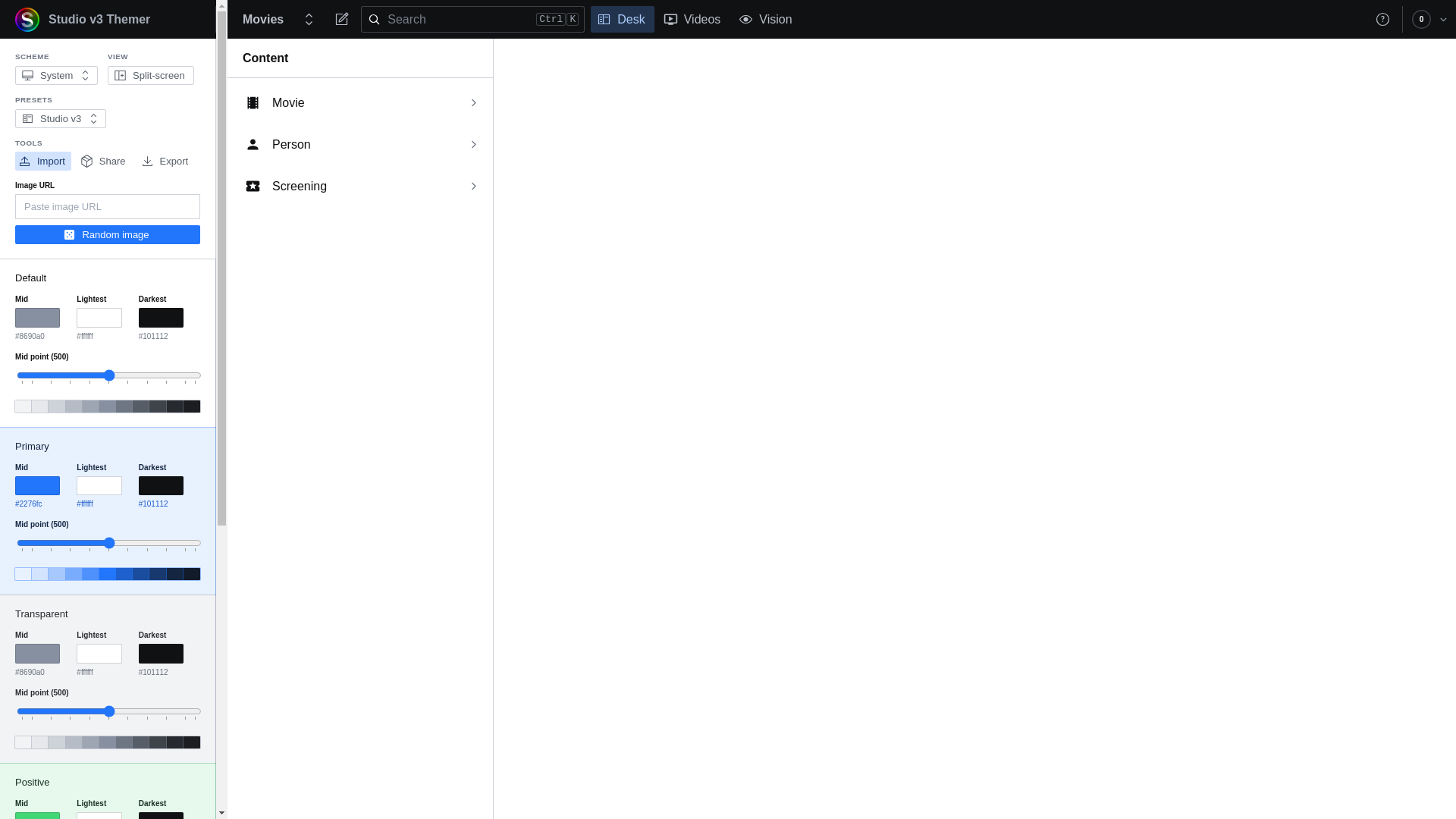  I want to click on 'Person', so click(359, 144).